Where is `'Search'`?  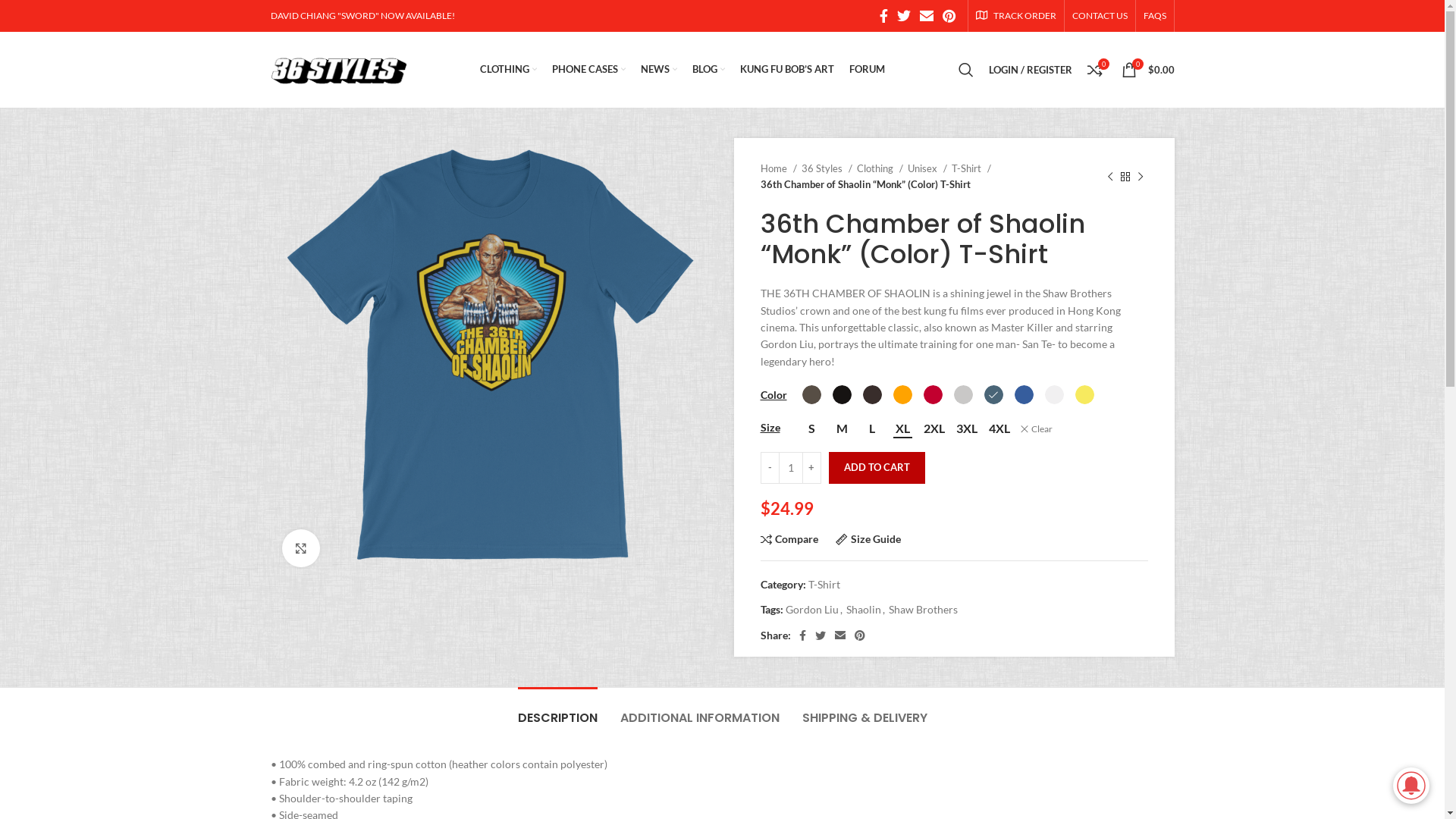 'Search' is located at coordinates (965, 70).